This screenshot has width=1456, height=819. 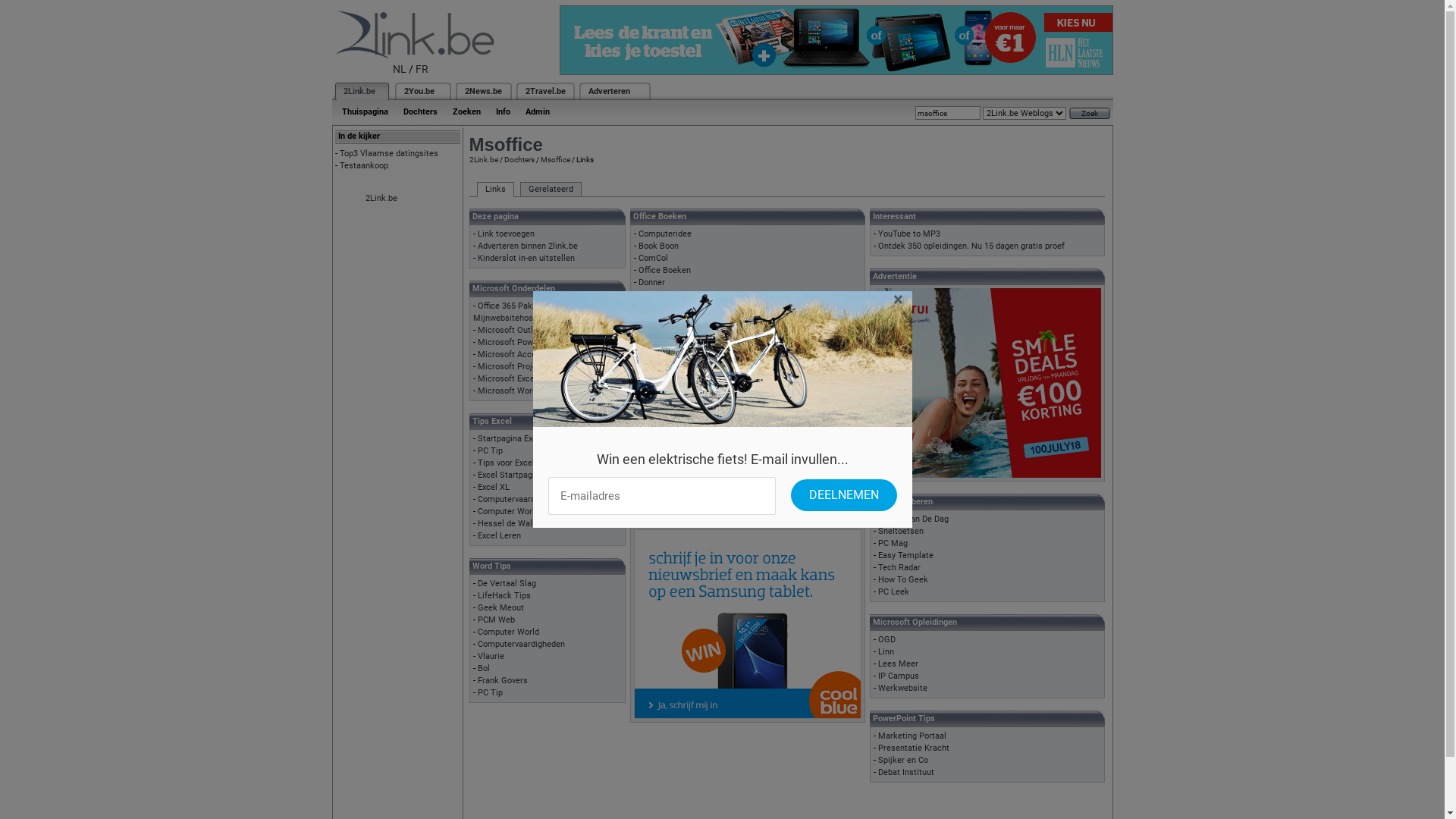 I want to click on 'Microsoft Word', so click(x=507, y=390).